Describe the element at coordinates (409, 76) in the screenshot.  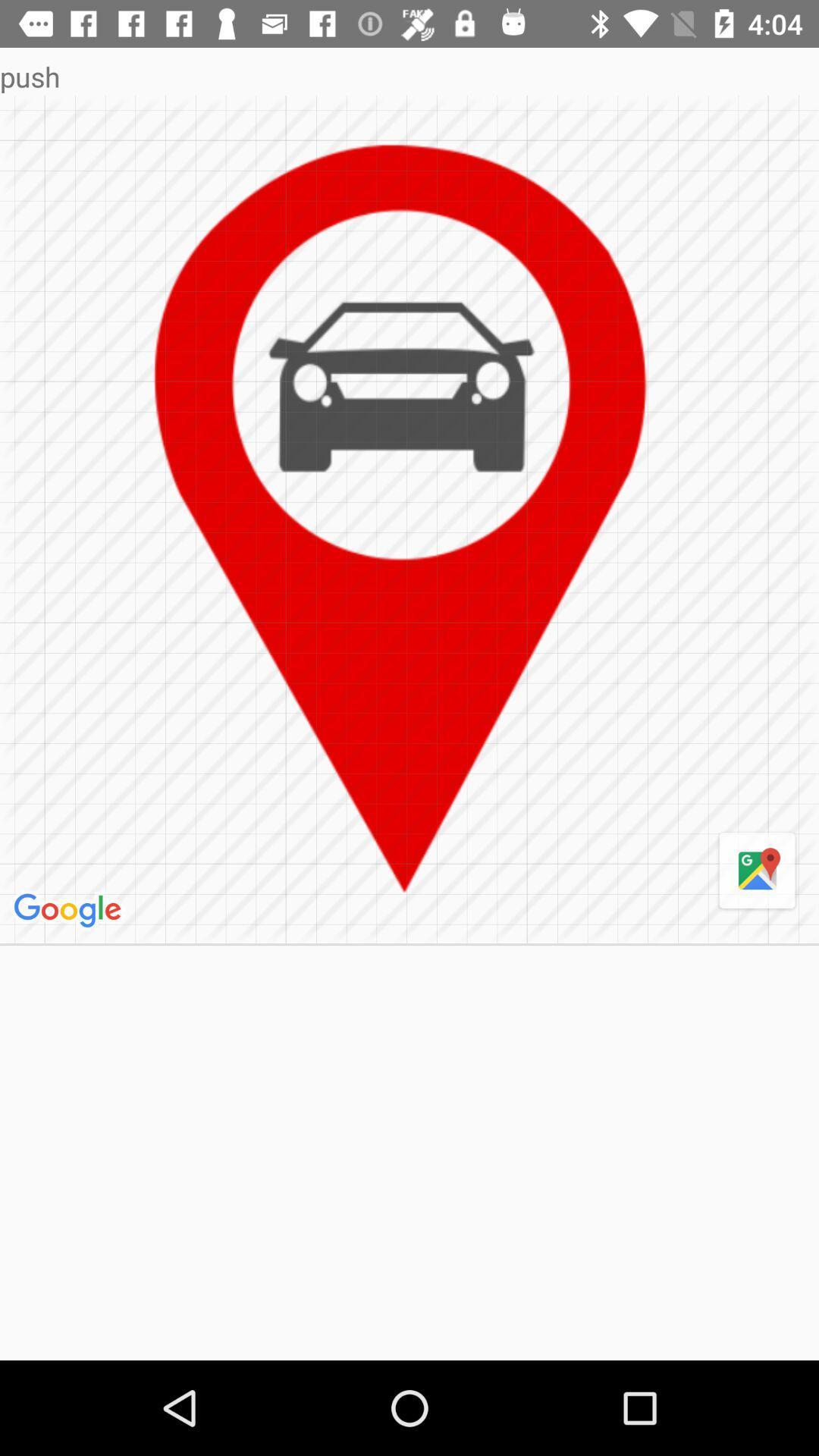
I see `the push` at that location.